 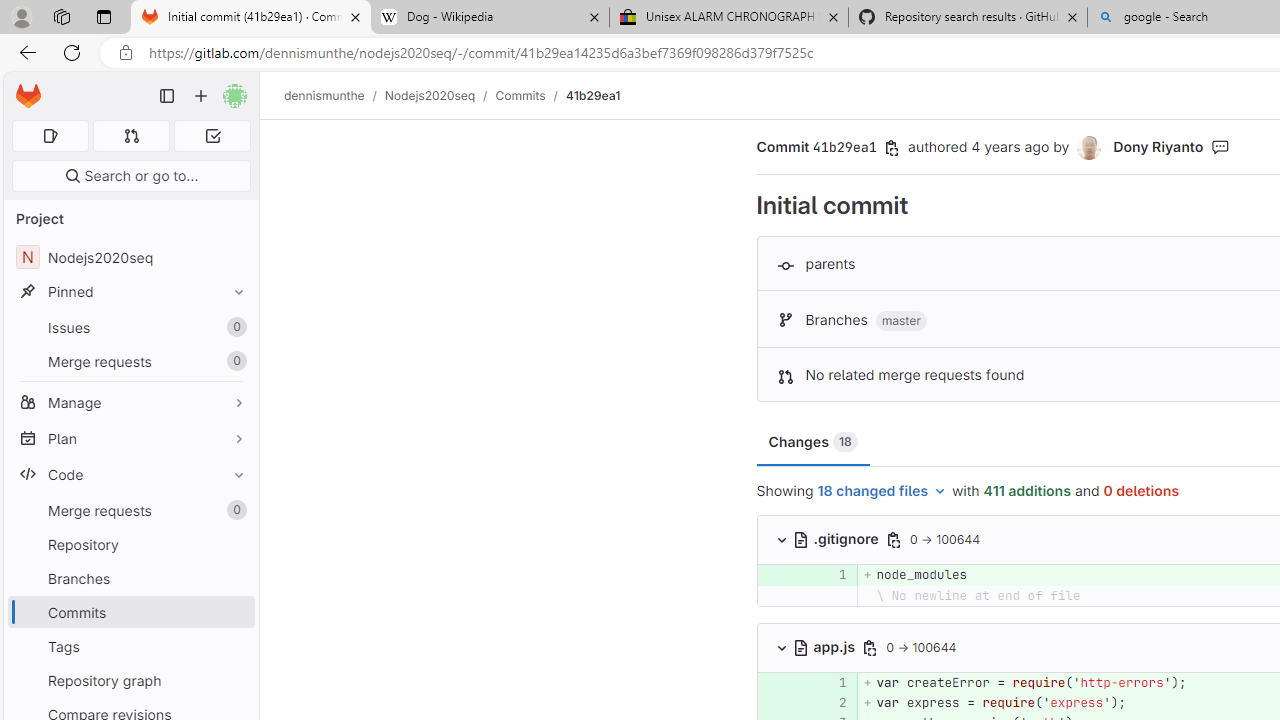 What do you see at coordinates (130, 474) in the screenshot?
I see `'Code'` at bounding box center [130, 474].